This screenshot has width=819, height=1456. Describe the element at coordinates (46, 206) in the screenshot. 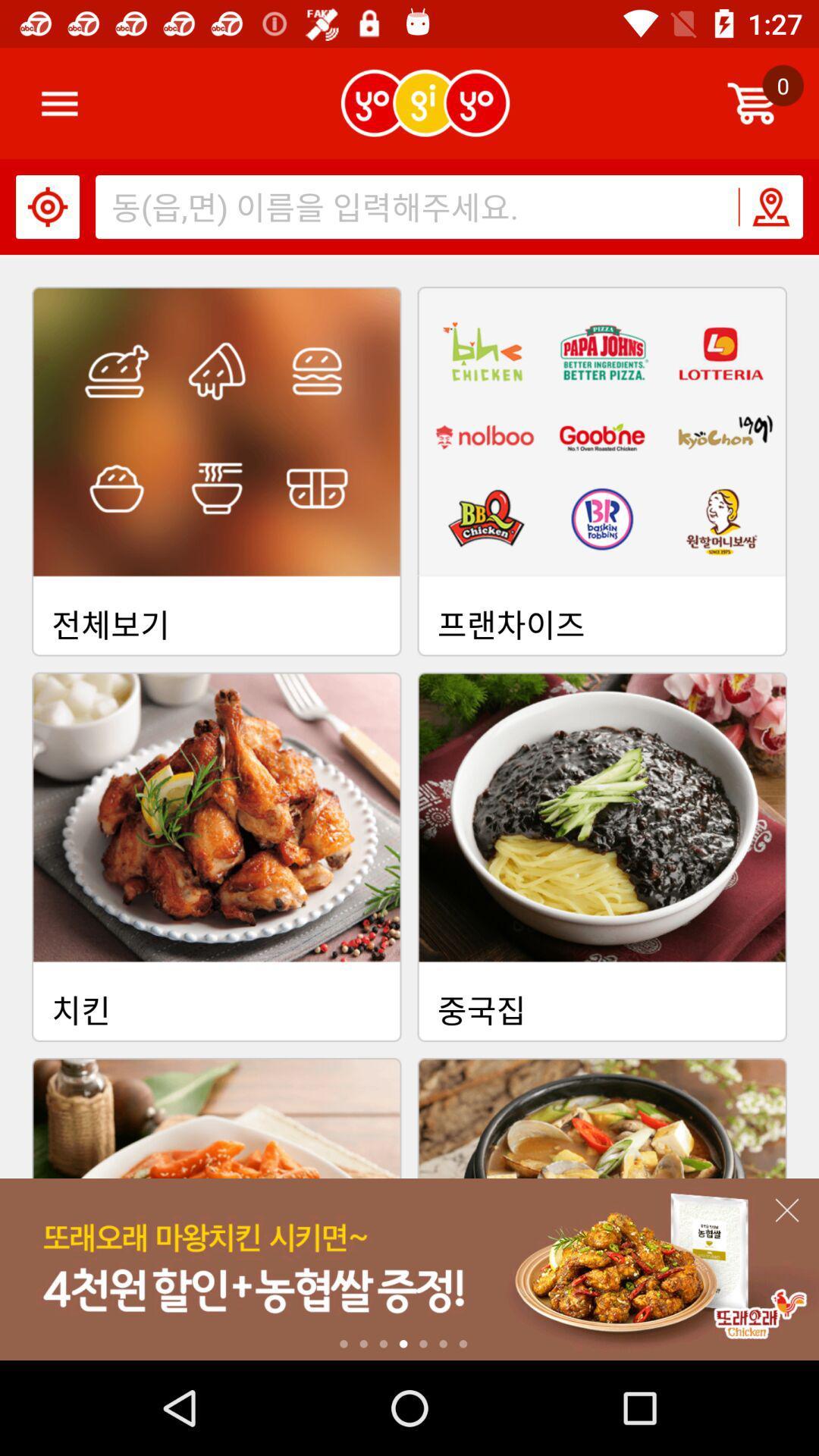

I see `the location_crosshair icon` at that location.